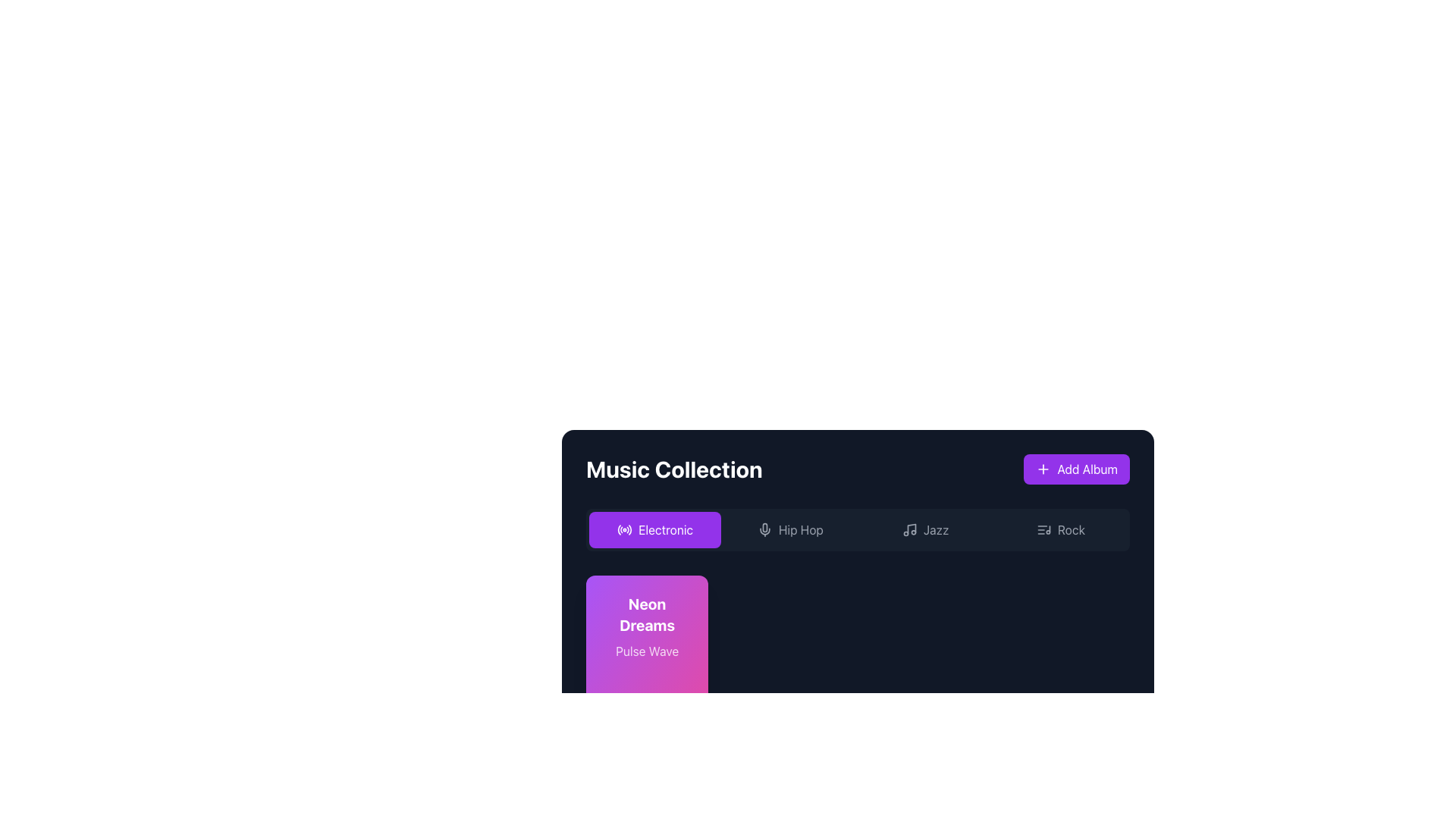 This screenshot has height=819, width=1456. What do you see at coordinates (1059, 529) in the screenshot?
I see `the 'Rock' music filter button, which is the fourth item in the collection interface, located between 'Jazz' and the 'Add Album' button` at bounding box center [1059, 529].